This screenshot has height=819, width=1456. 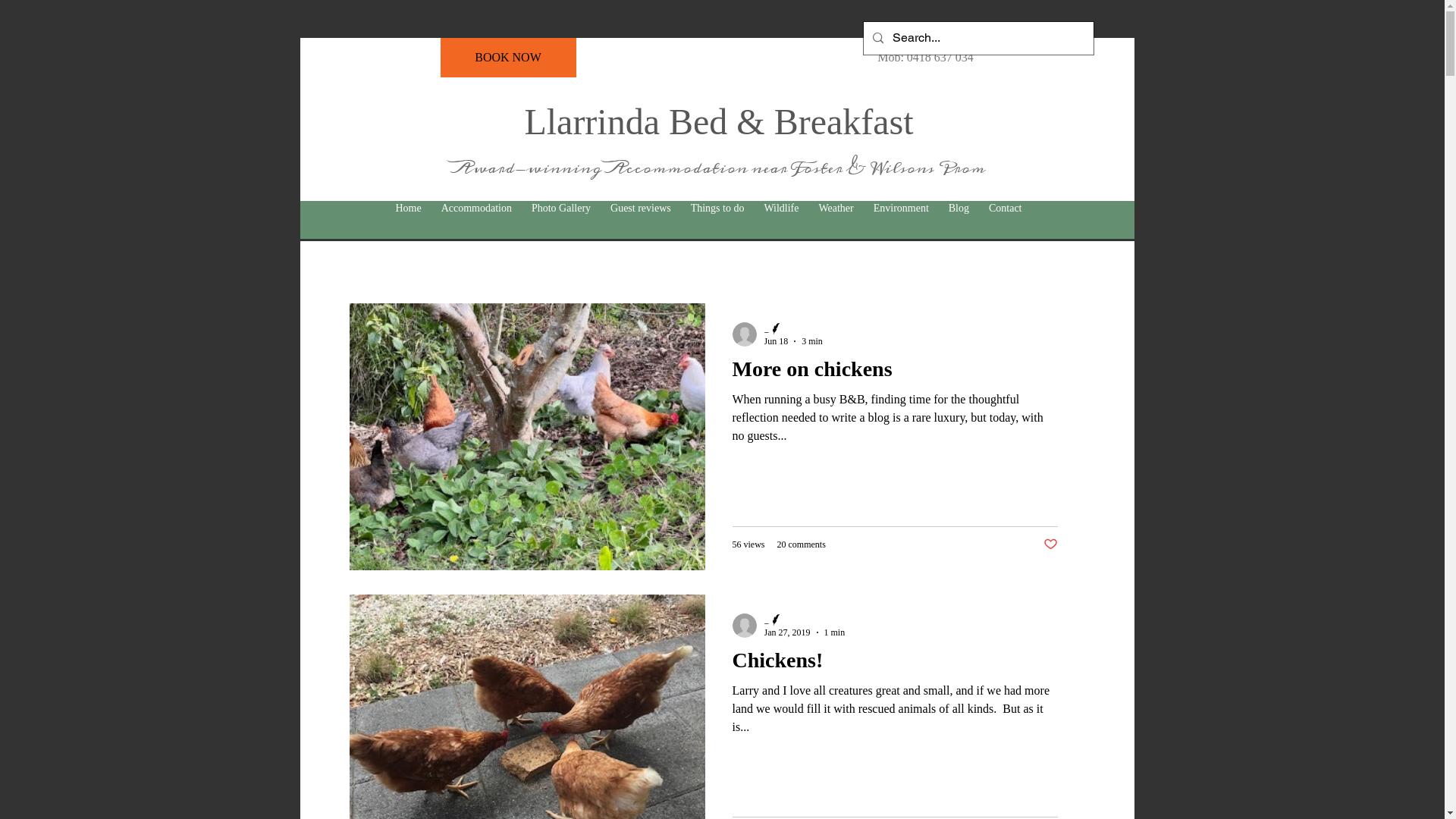 What do you see at coordinates (717, 208) in the screenshot?
I see `'Things to do'` at bounding box center [717, 208].